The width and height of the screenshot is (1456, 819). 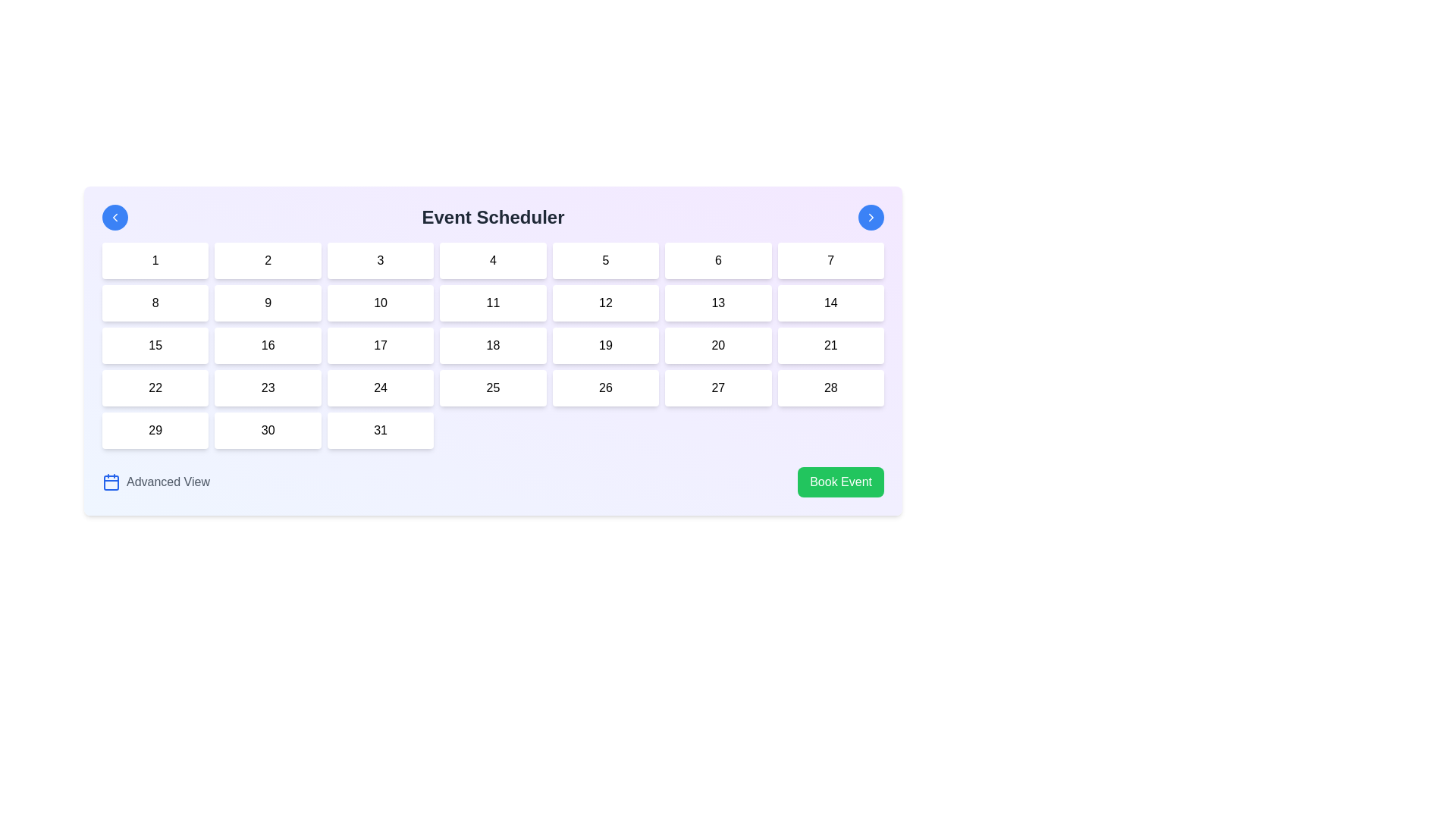 What do you see at coordinates (115, 217) in the screenshot?
I see `the leftward chevron icon contained within the blue circular button at the top-left corner of the event scheduler interface` at bounding box center [115, 217].